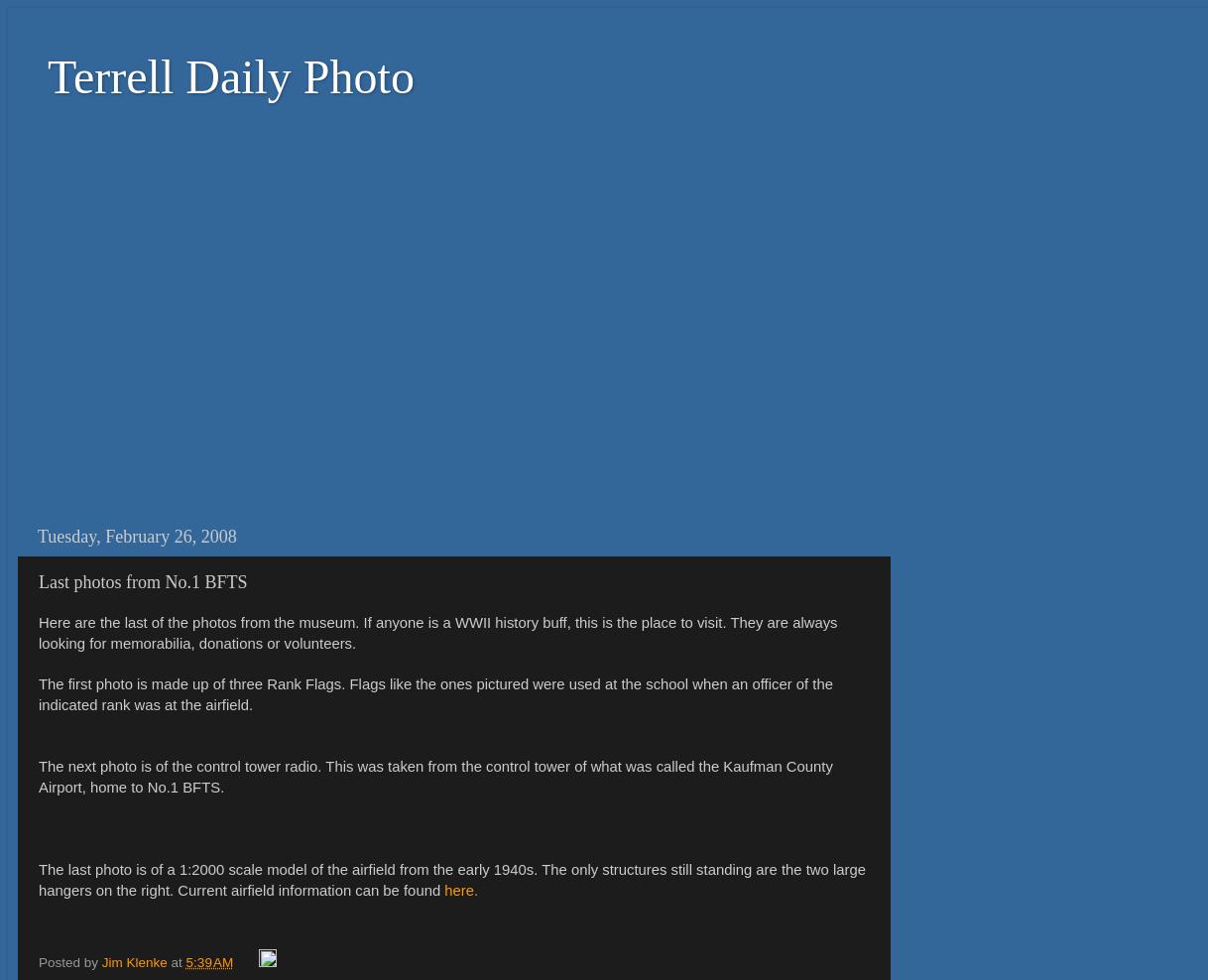 The height and width of the screenshot is (980, 1208). I want to click on 'The last photo is of a 1:2000 scale model of the airfield from the early 1940s. The only structures still standing are the two large hangers on the right. Current airfield information can be found', so click(38, 879).